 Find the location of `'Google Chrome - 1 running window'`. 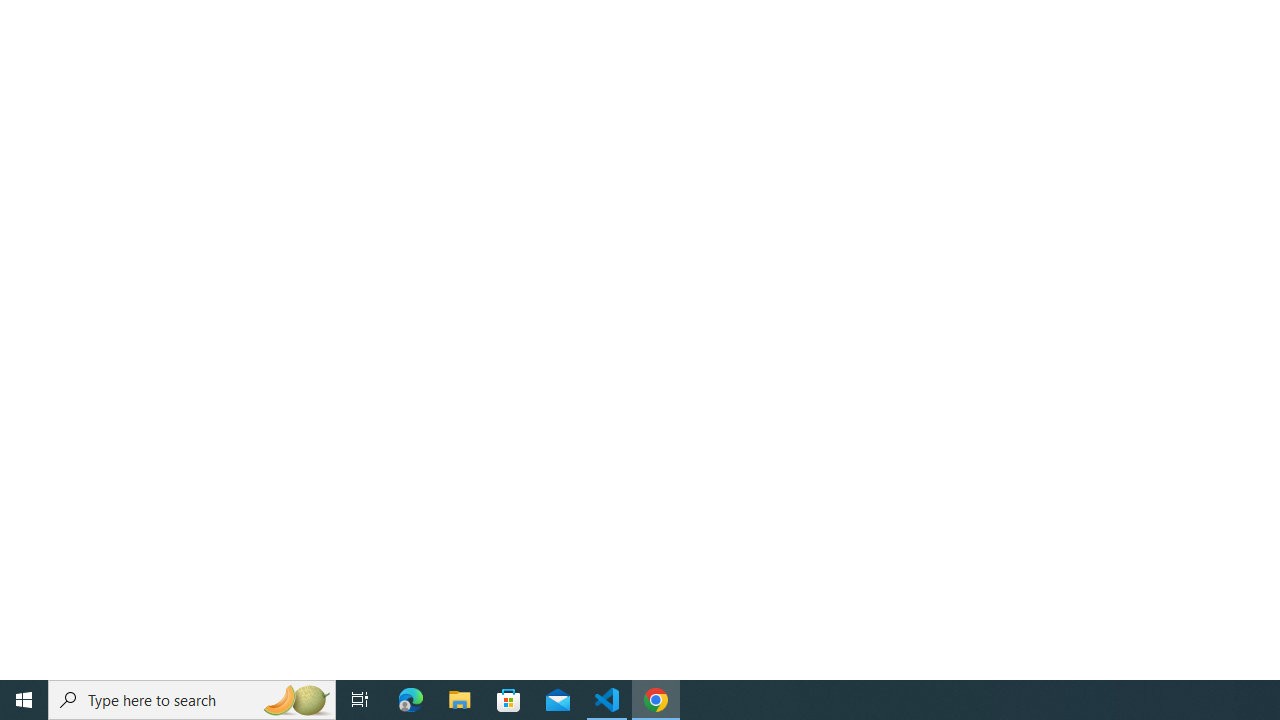

'Google Chrome - 1 running window' is located at coordinates (656, 698).